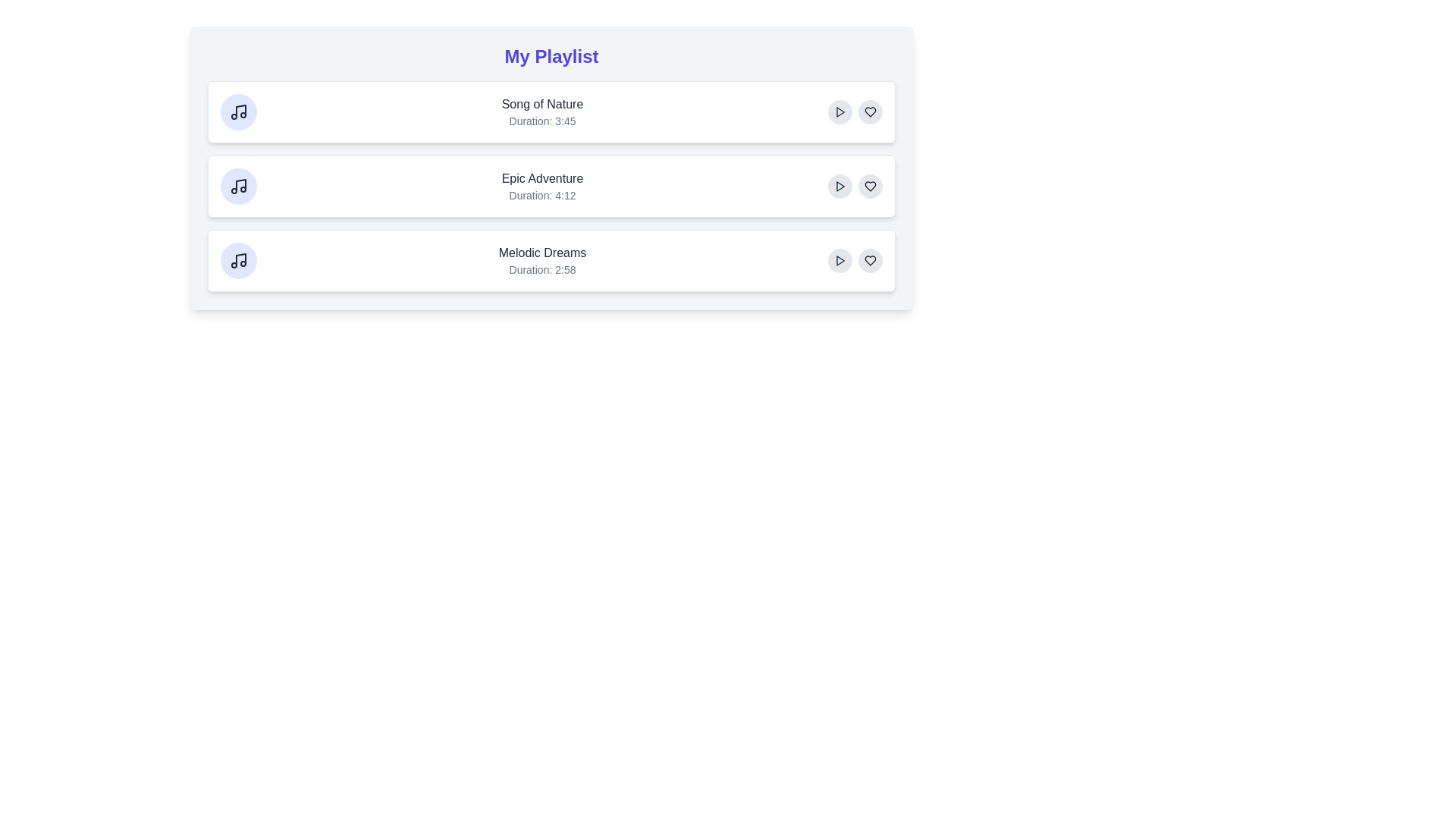 This screenshot has height=819, width=1456. I want to click on the play button of the Song of Nature track, so click(839, 111).